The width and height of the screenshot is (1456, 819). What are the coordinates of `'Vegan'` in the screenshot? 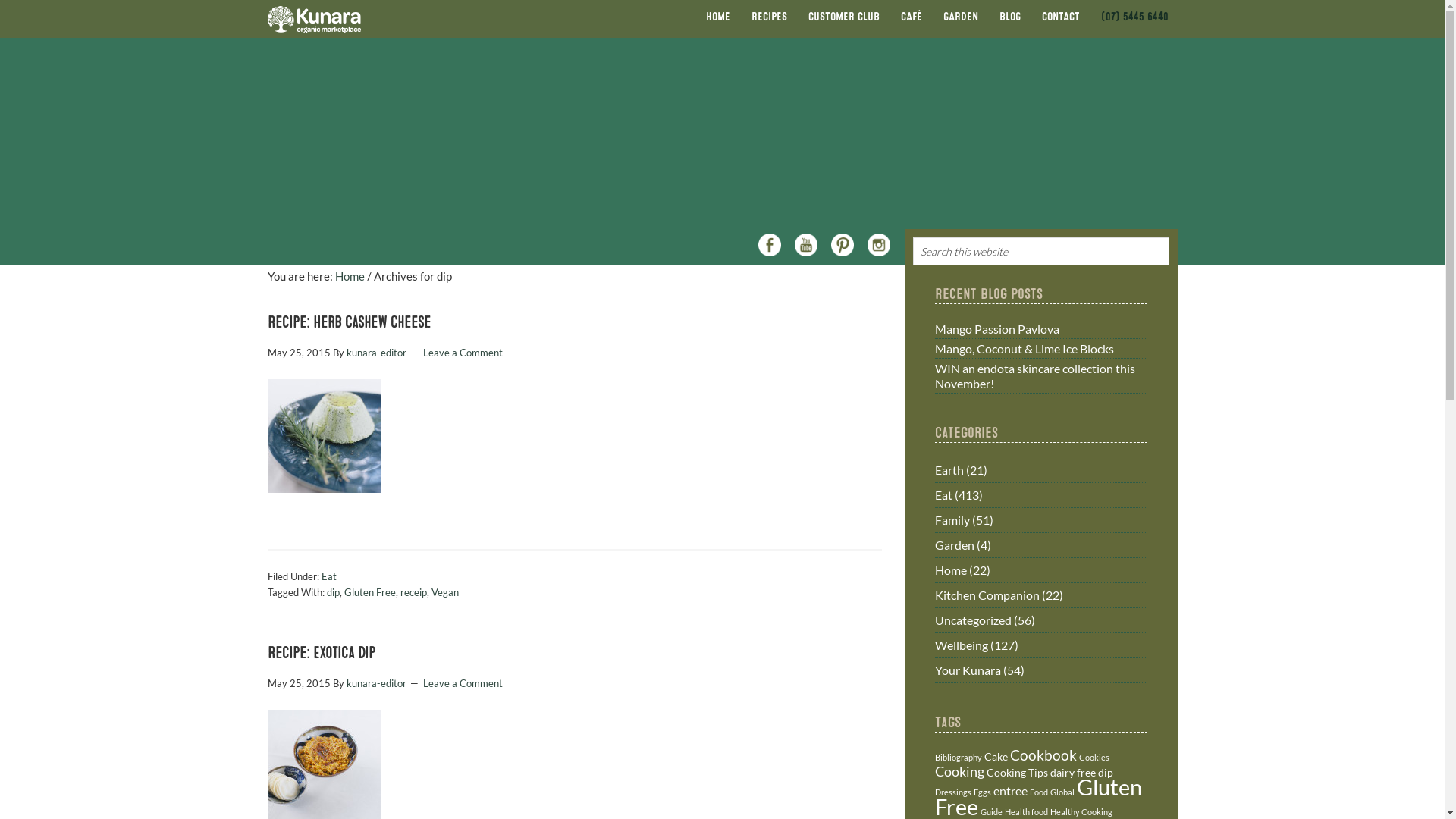 It's located at (443, 591).